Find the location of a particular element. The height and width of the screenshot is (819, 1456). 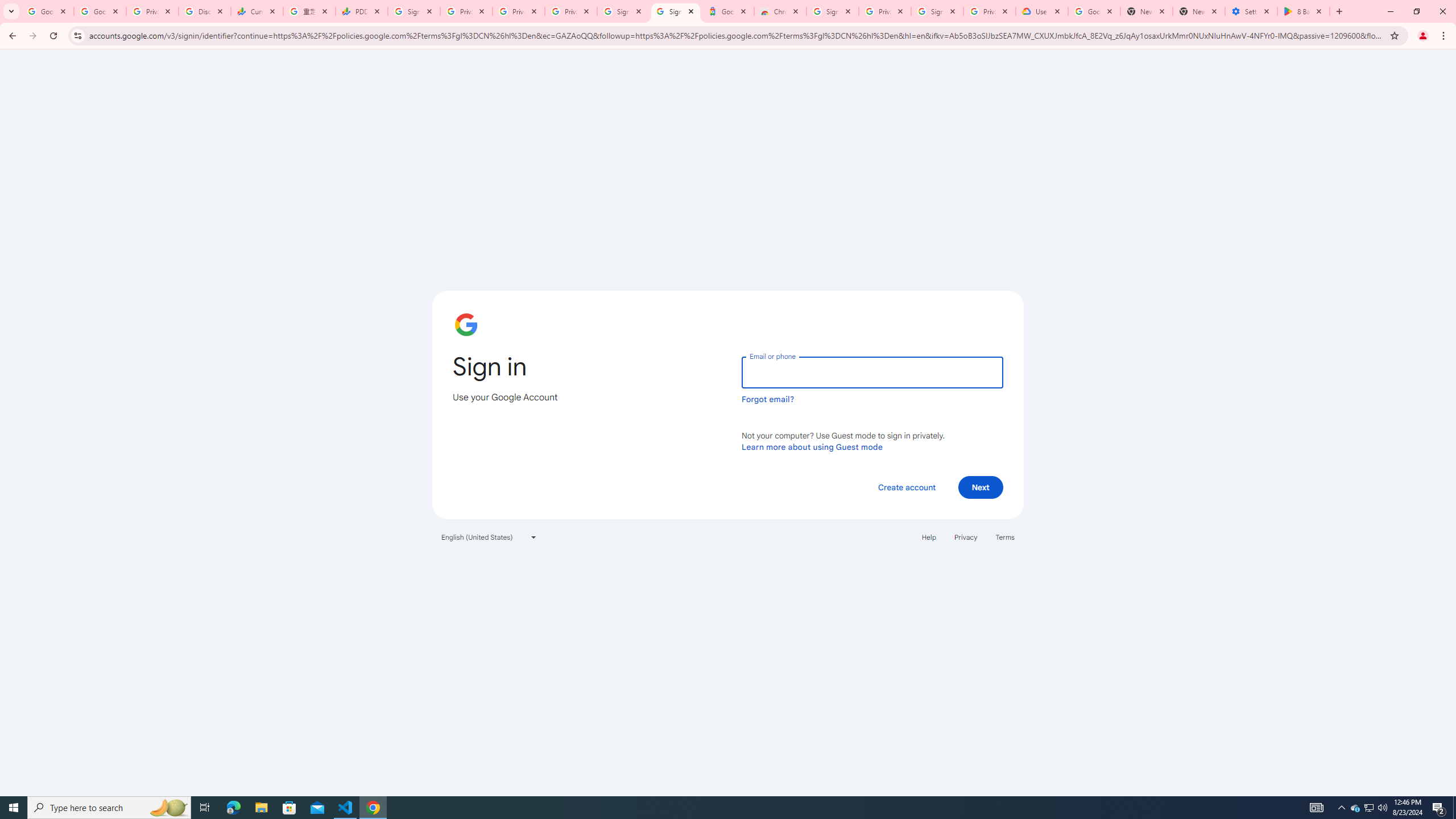

'Chrome Web Store - Color themes by Chrome' is located at coordinates (779, 11).